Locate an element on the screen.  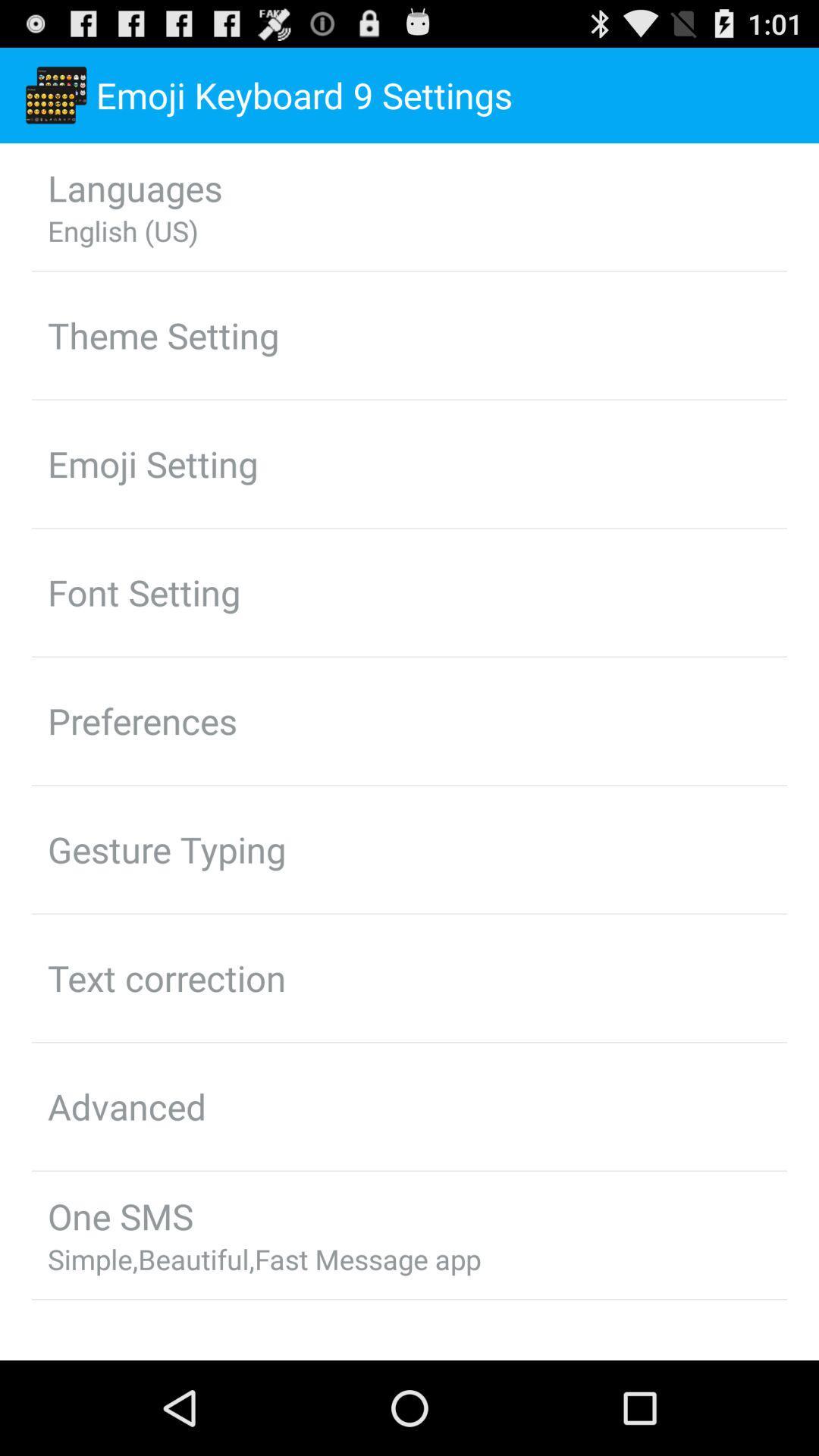
icon above preferences item is located at coordinates (144, 591).